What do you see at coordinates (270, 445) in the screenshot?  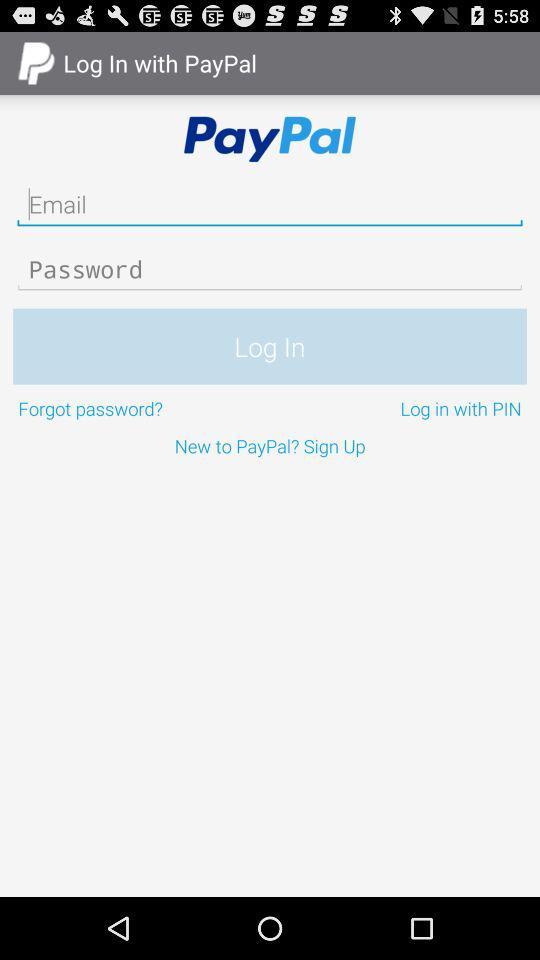 I see `app below forgot password? item` at bounding box center [270, 445].